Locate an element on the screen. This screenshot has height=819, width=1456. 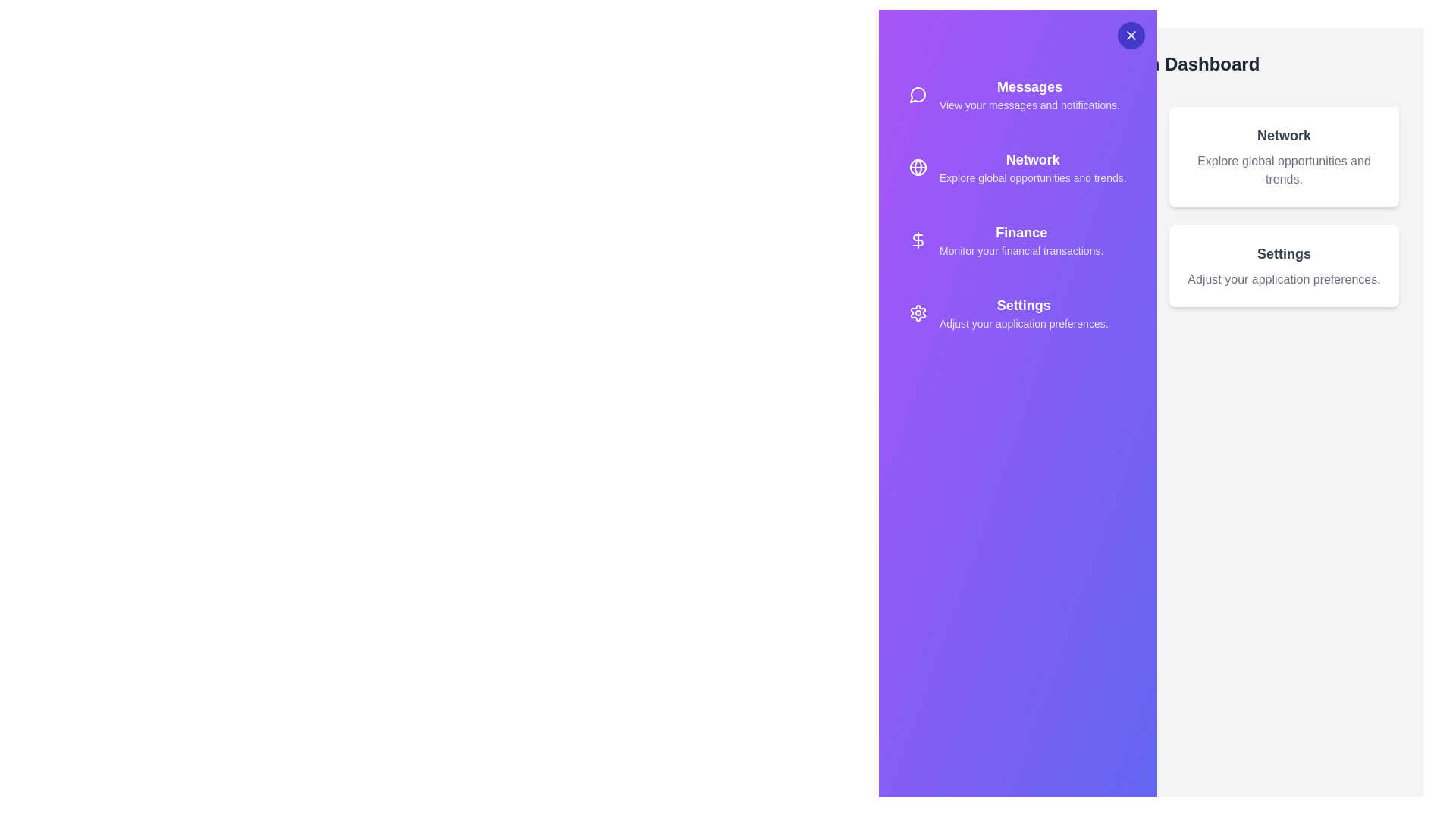
the sidebar option Finance is located at coordinates (1018, 239).